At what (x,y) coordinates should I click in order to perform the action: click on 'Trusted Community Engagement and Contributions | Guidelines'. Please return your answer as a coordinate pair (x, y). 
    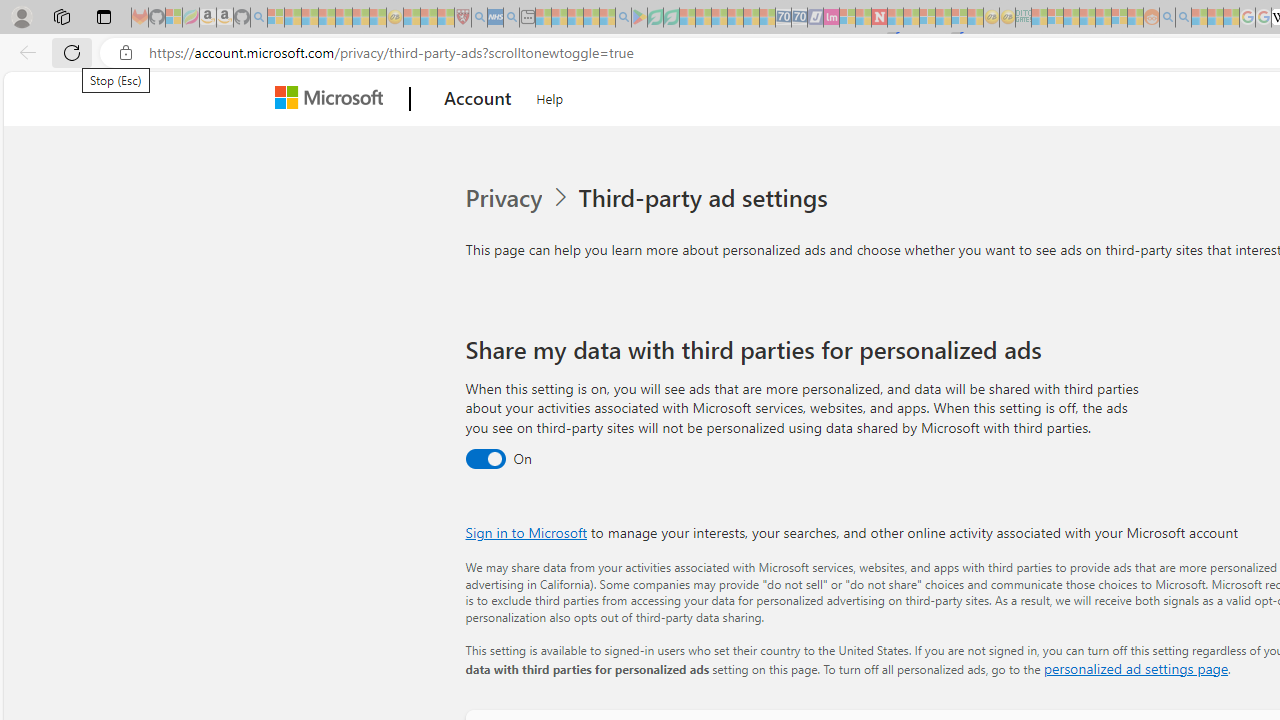
    Looking at the image, I should click on (894, 17).